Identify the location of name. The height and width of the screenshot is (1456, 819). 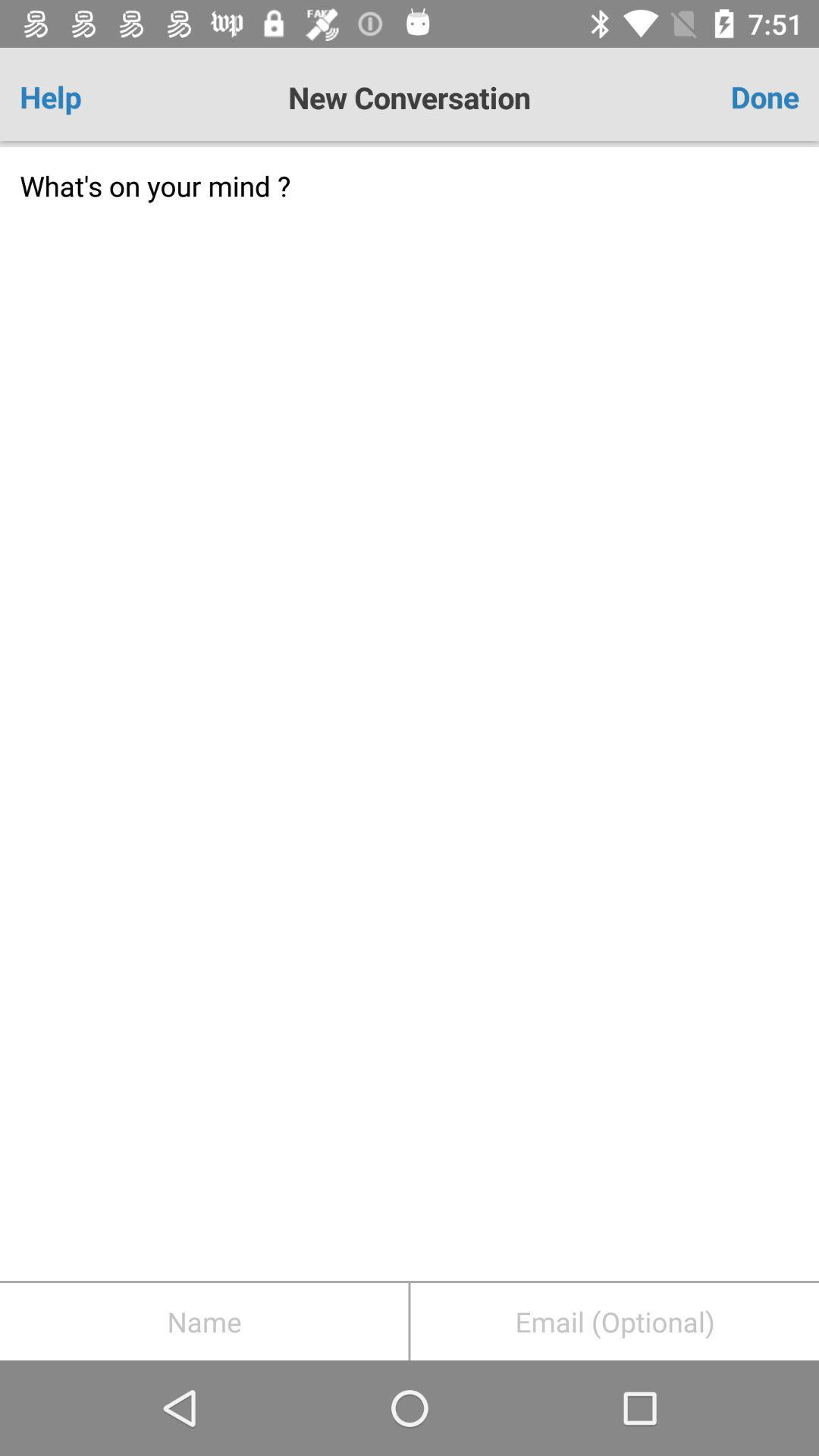
(203, 1320).